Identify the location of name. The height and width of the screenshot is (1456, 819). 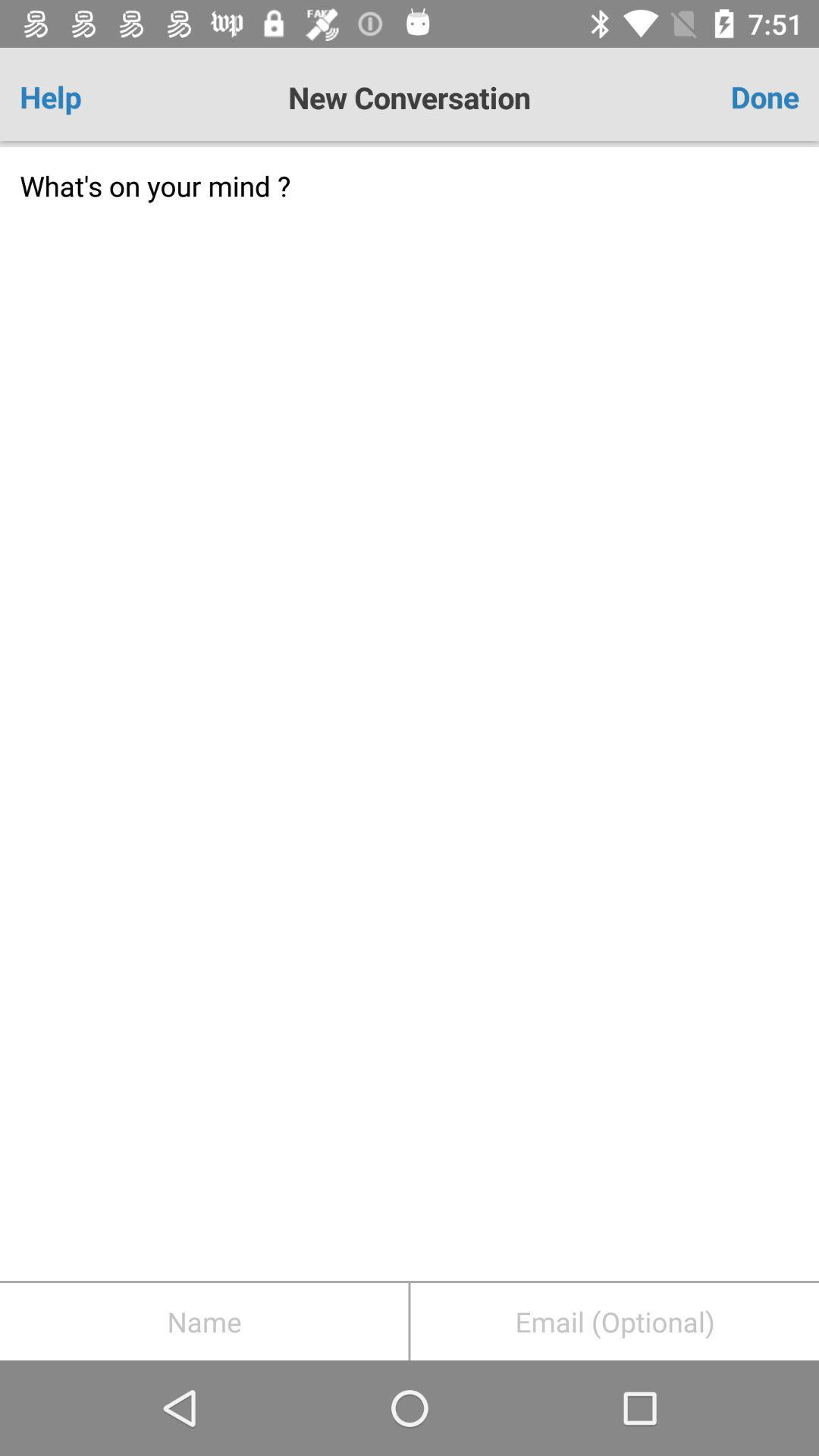
(203, 1320).